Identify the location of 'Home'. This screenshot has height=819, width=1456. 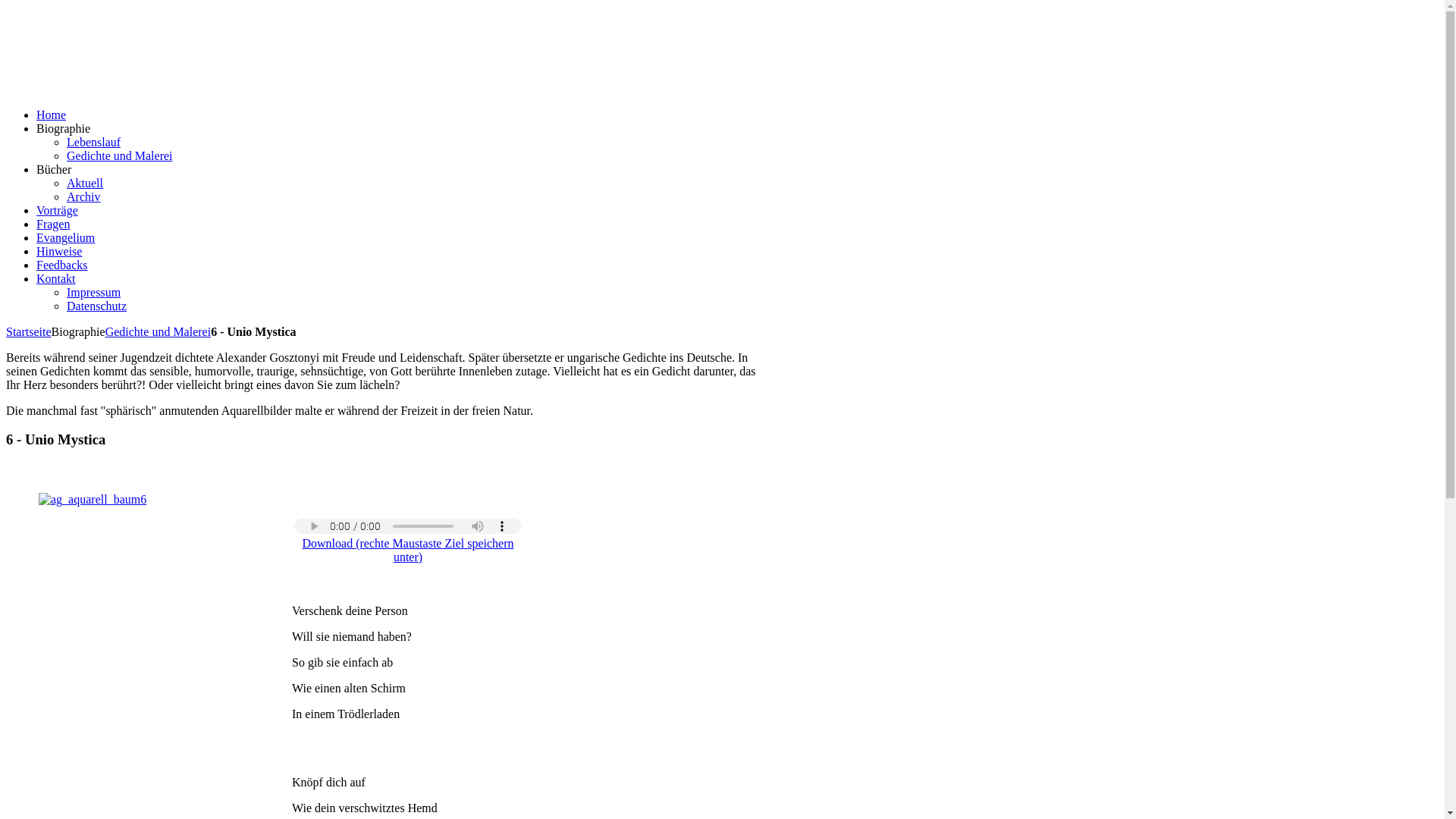
(36, 114).